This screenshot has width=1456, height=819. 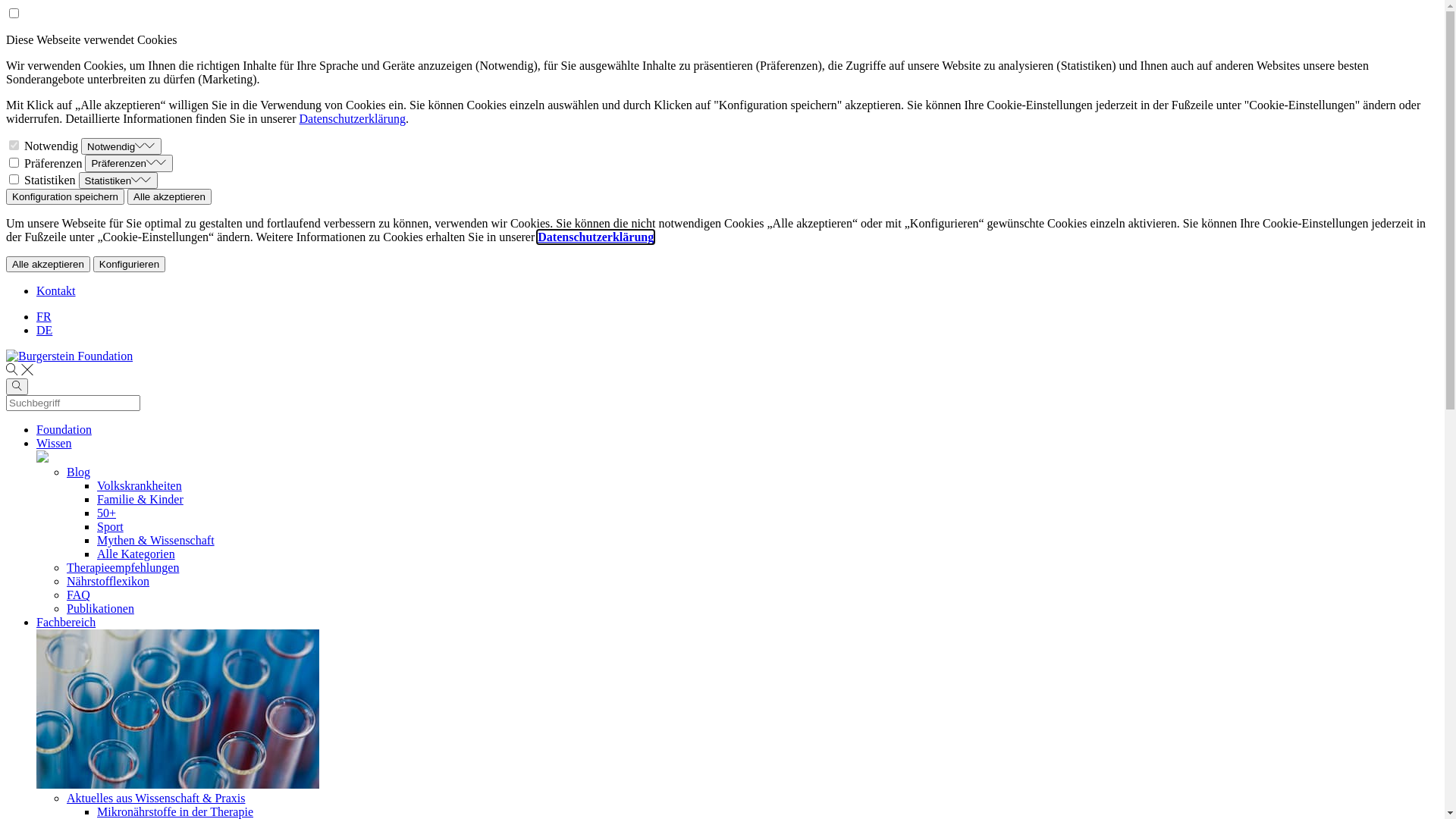 What do you see at coordinates (99, 607) in the screenshot?
I see `'Publikationen'` at bounding box center [99, 607].